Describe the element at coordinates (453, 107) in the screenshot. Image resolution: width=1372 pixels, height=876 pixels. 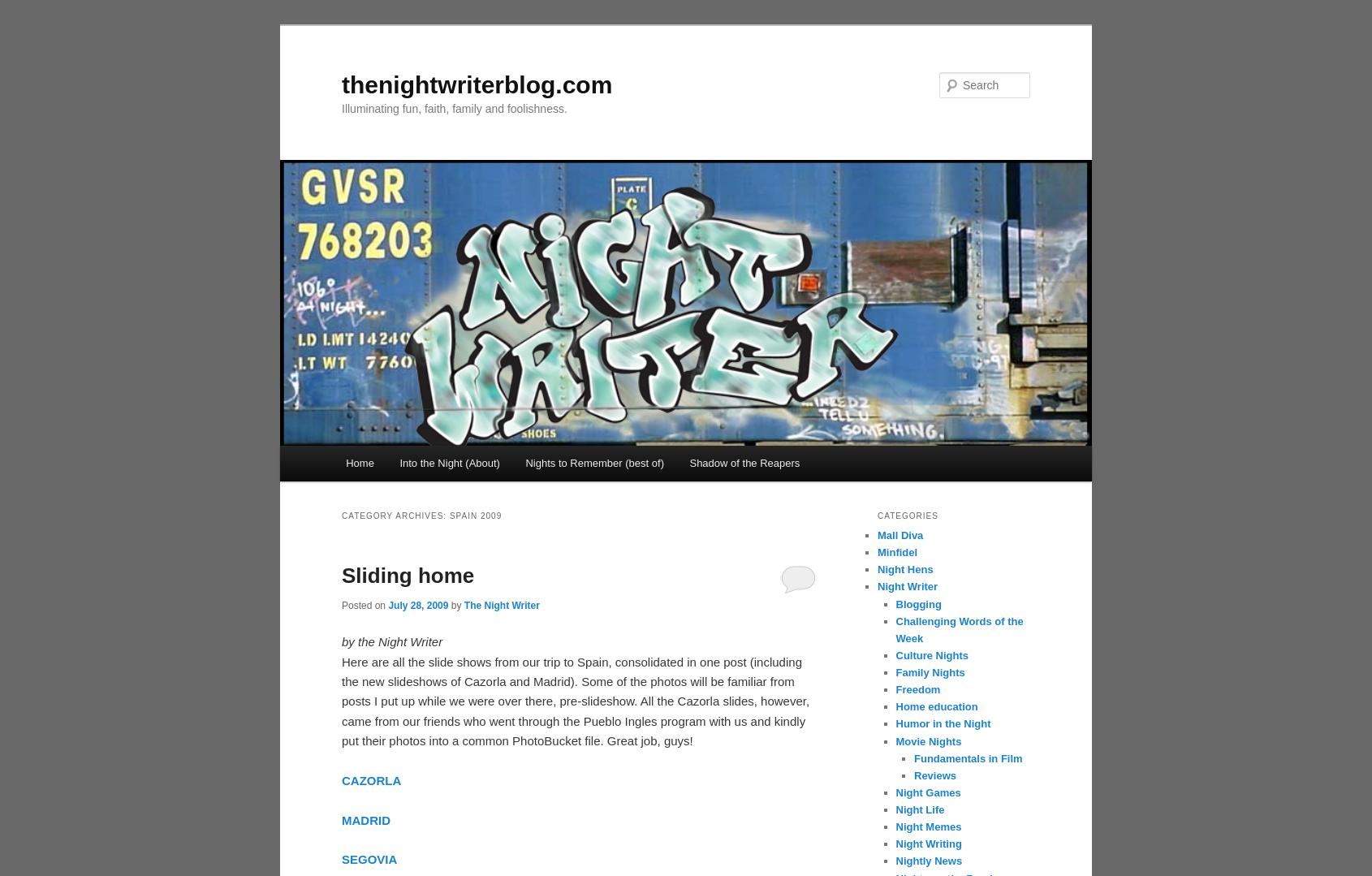
I see `'Illuminating fun, faith, family and foolishness.'` at that location.